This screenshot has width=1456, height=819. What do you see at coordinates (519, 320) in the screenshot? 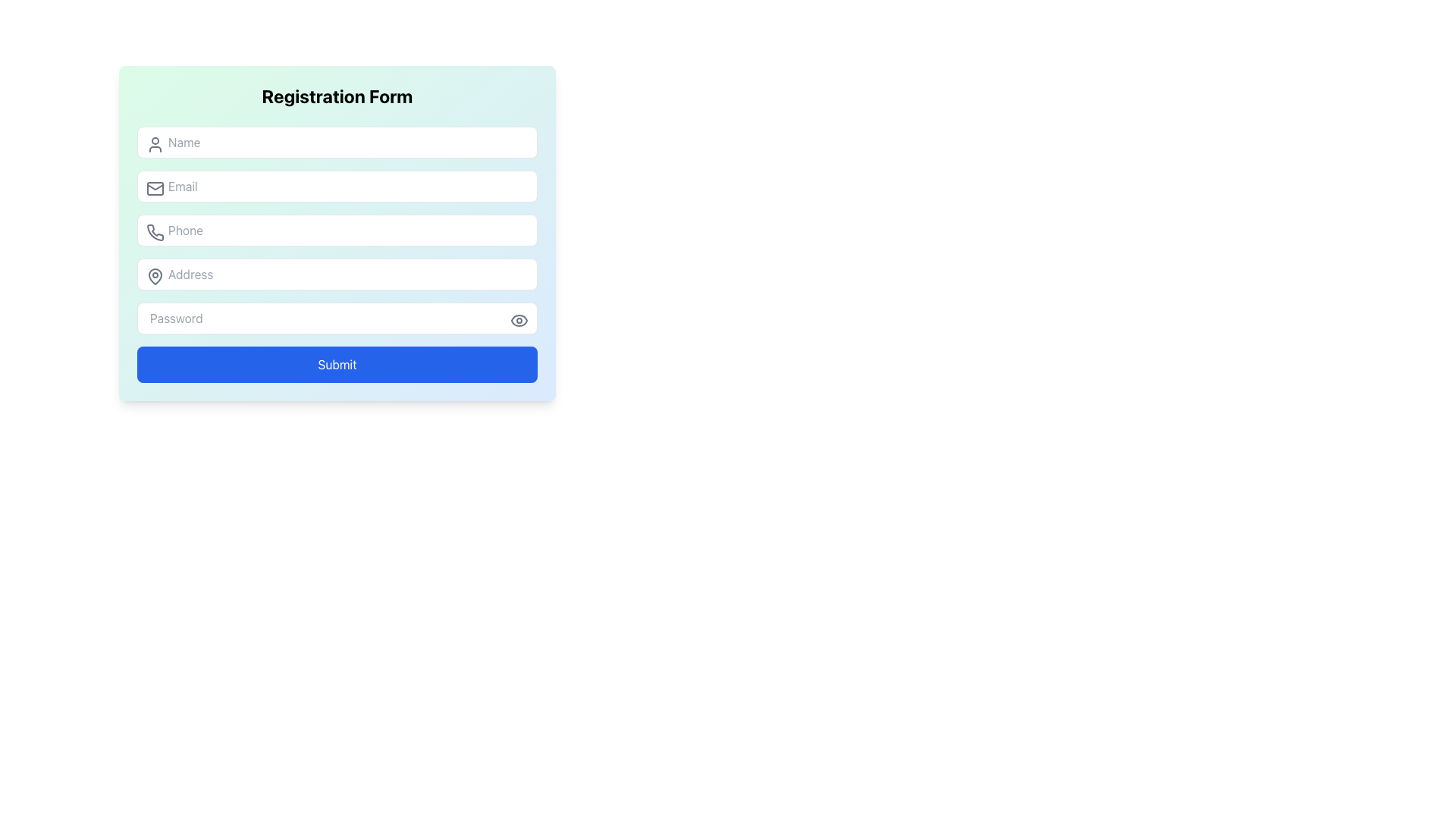
I see `the visibility toggle button for the password input field in the registration form` at bounding box center [519, 320].